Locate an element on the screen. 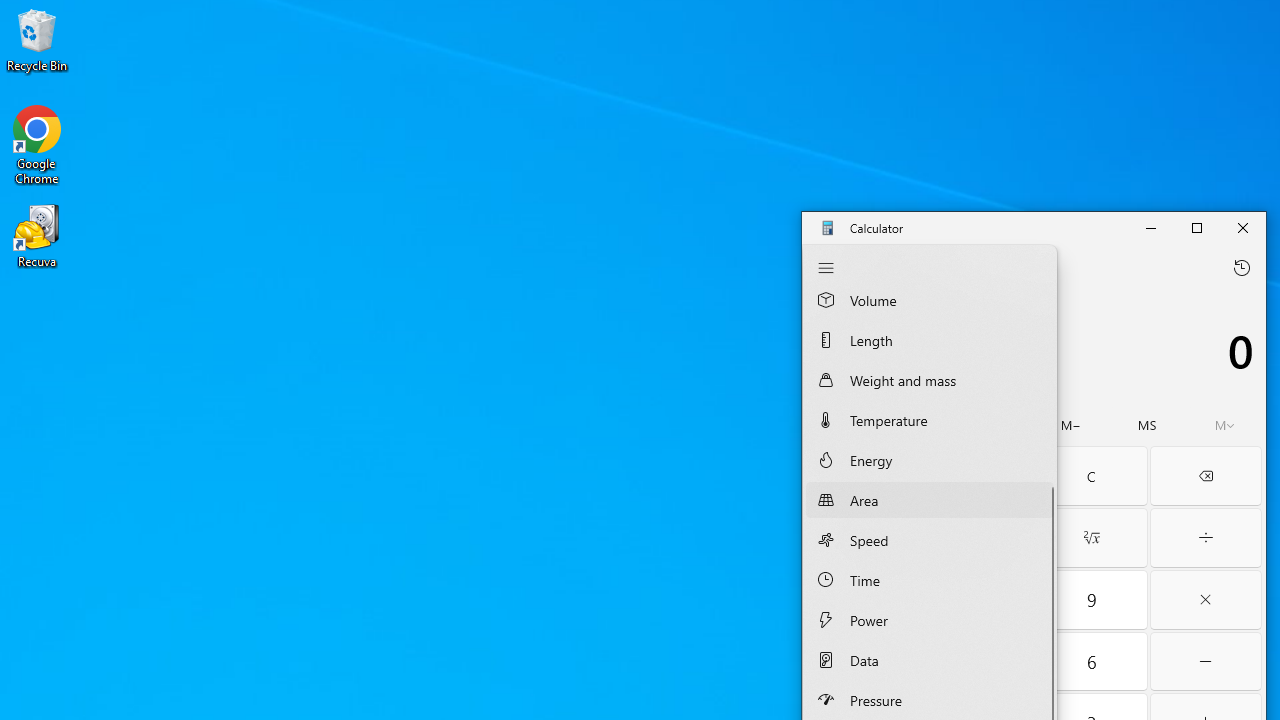 This screenshot has width=1280, height=720. 'Energy Converter' is located at coordinates (928, 460).